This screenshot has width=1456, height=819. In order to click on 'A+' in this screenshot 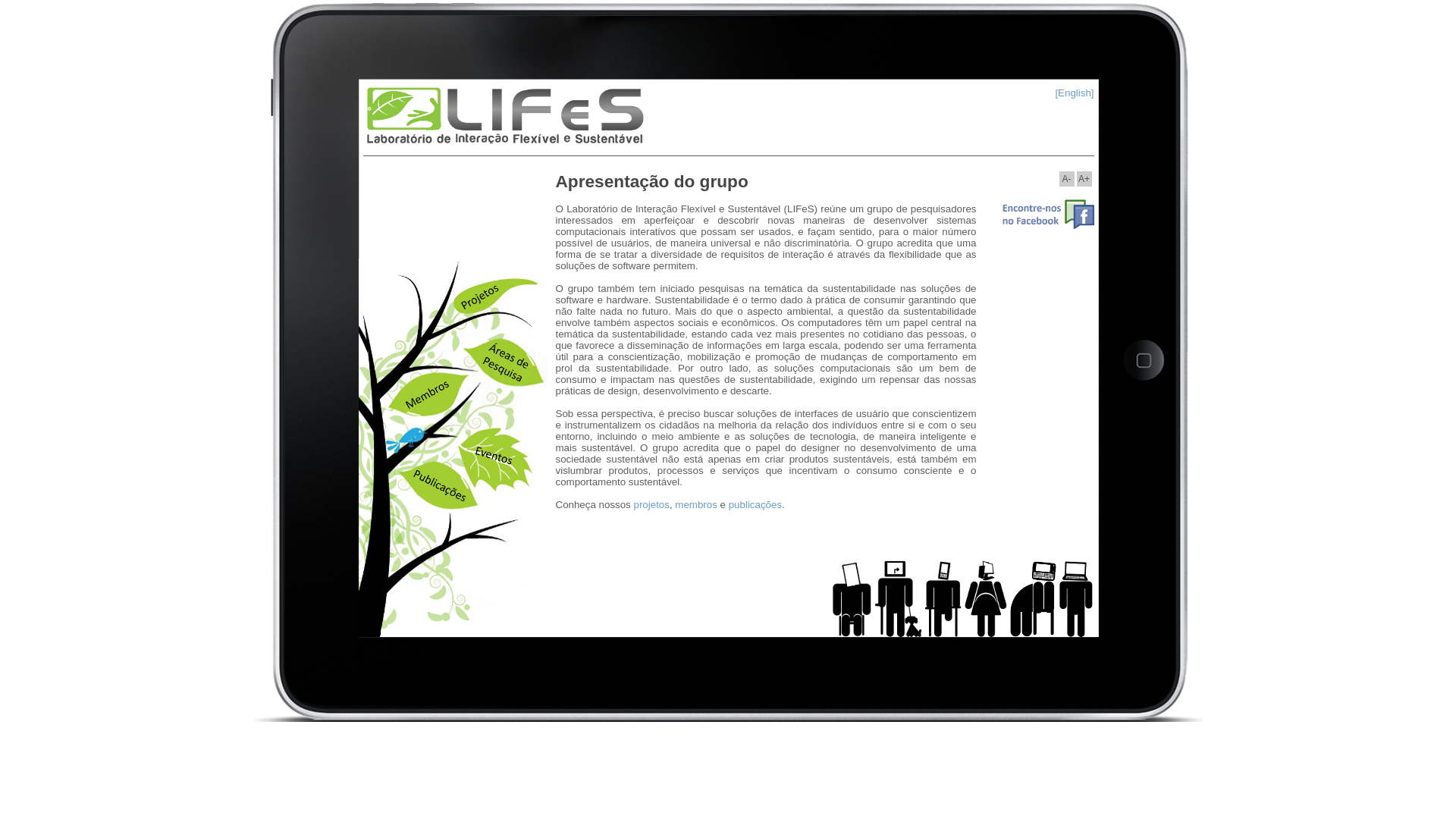, I will do `click(1084, 177)`.